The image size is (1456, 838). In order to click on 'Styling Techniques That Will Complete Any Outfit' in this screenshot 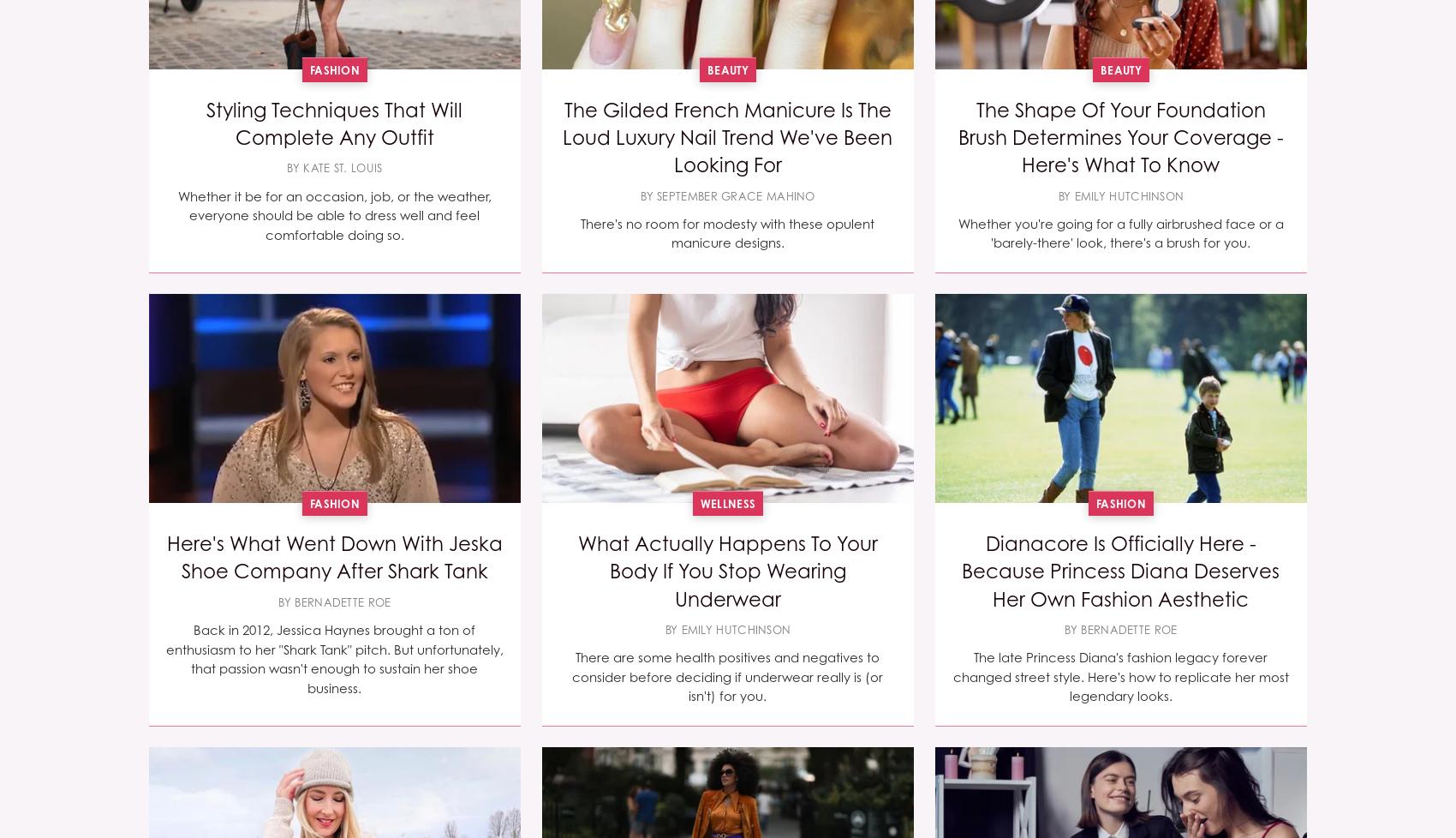, I will do `click(333, 122)`.